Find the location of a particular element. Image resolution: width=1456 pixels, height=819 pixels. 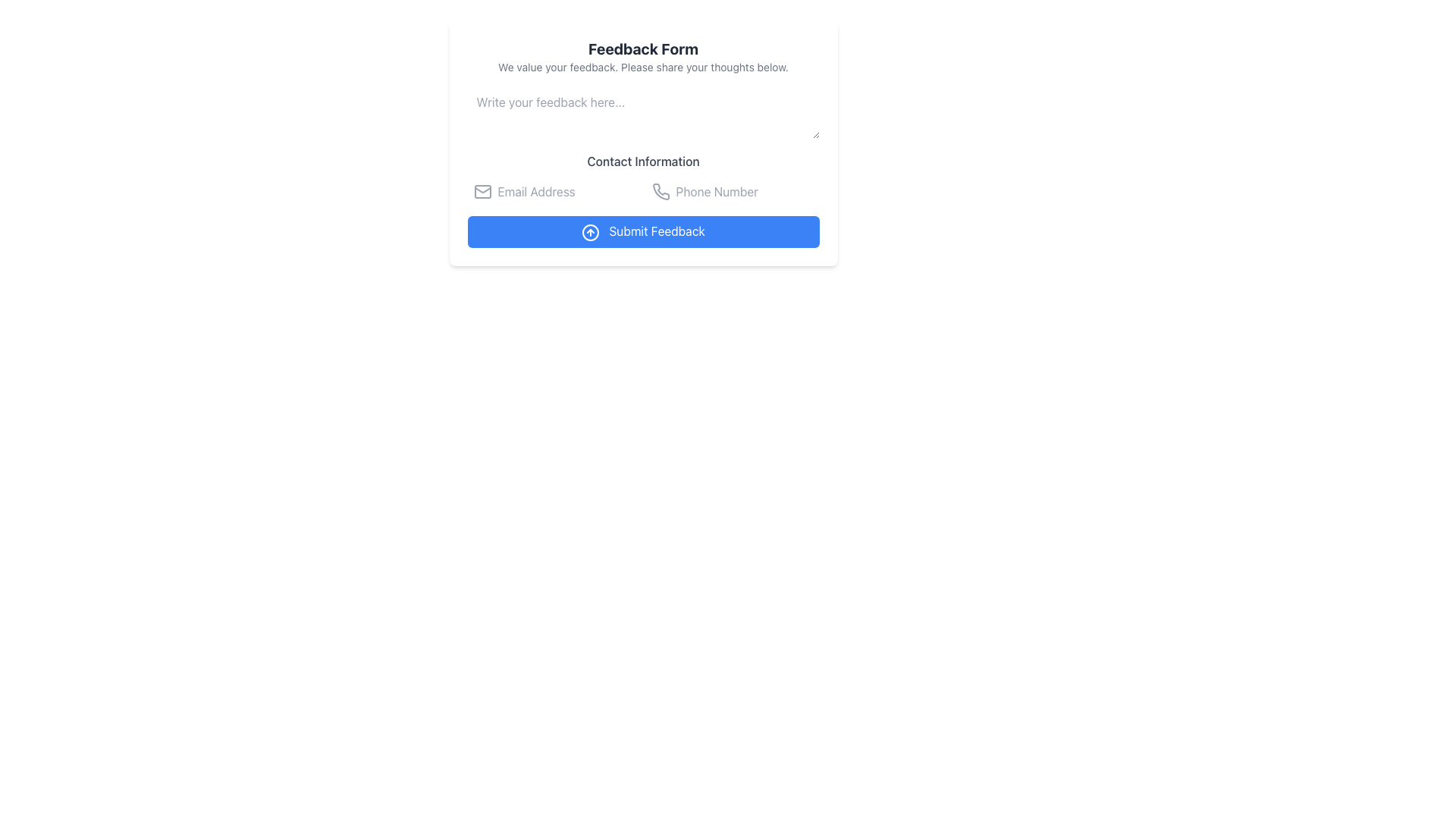

the text label indicating contact information, which is positioned below the feedback input box and above the email and phone input fields is located at coordinates (643, 161).